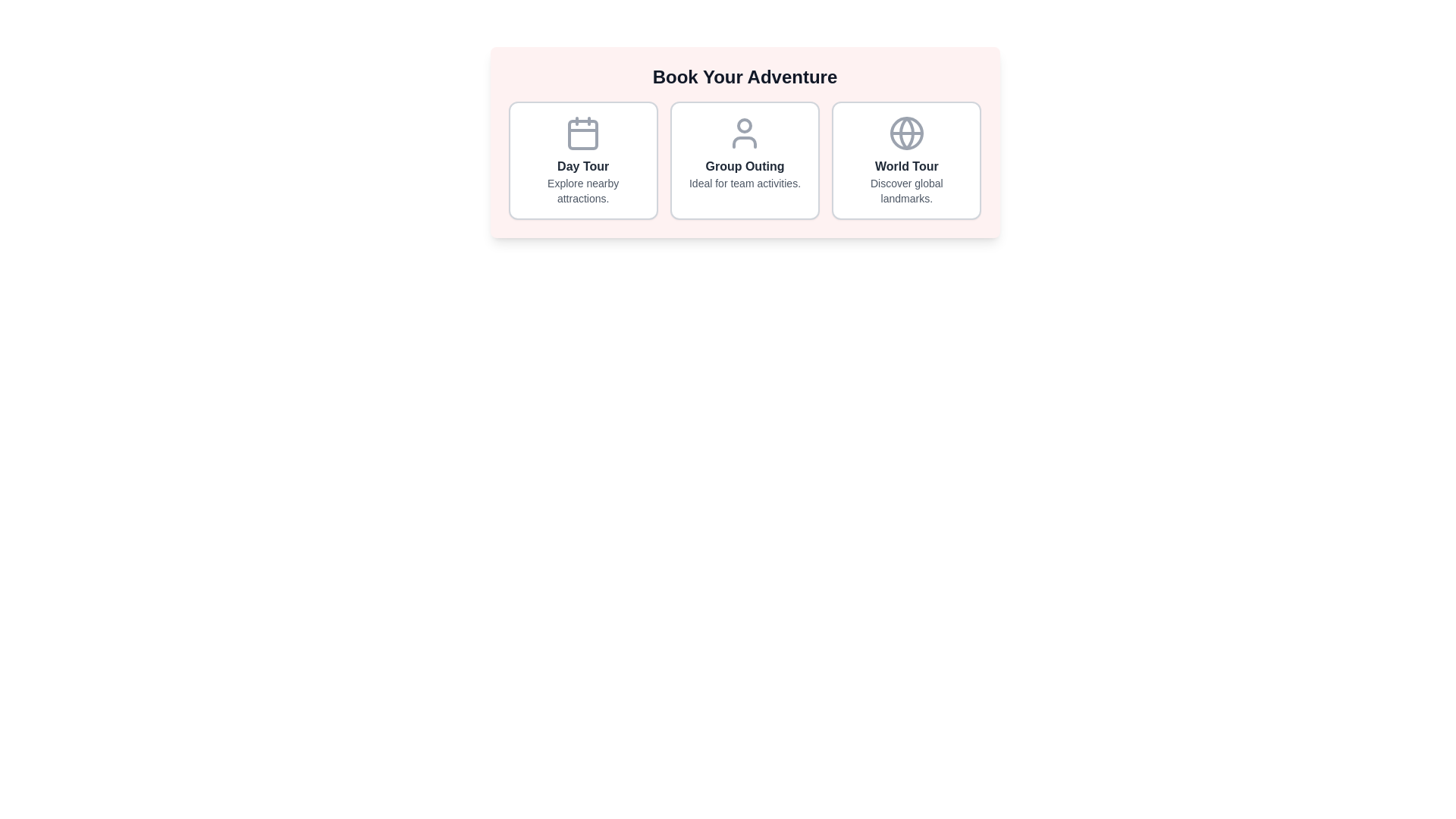  I want to click on the text element that serves as a brief description for the 'World Tour' choice located below the bolded title 'World Tour' in the third box from the left under 'Book Your Adventure', so click(906, 190).